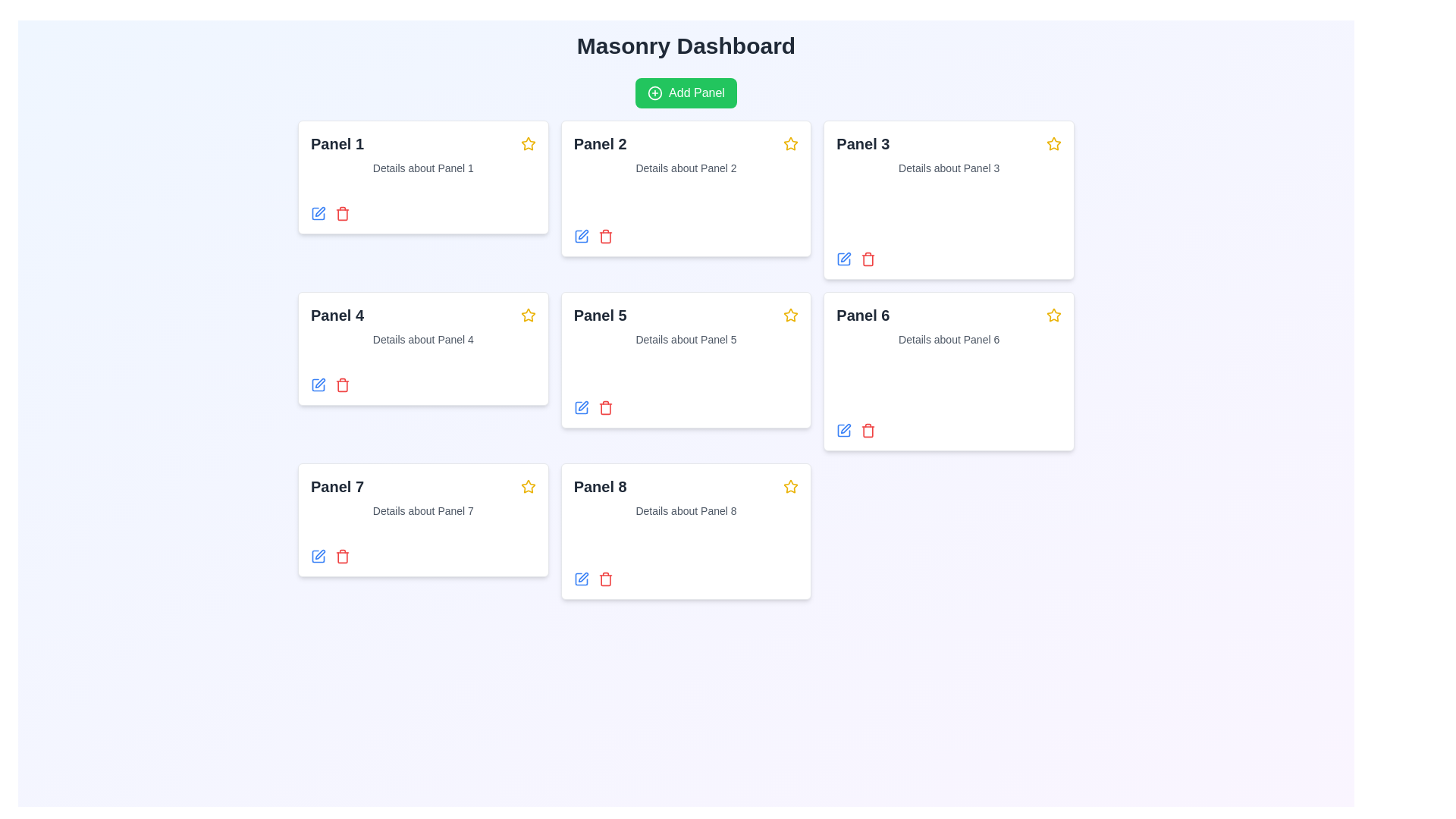 Image resolution: width=1456 pixels, height=819 pixels. What do you see at coordinates (337, 486) in the screenshot?
I see `text from the heading label located in the upper-left section of the card labeled 'Panel 7', which is positioned at the bottom left of the second row in the grid layout` at bounding box center [337, 486].